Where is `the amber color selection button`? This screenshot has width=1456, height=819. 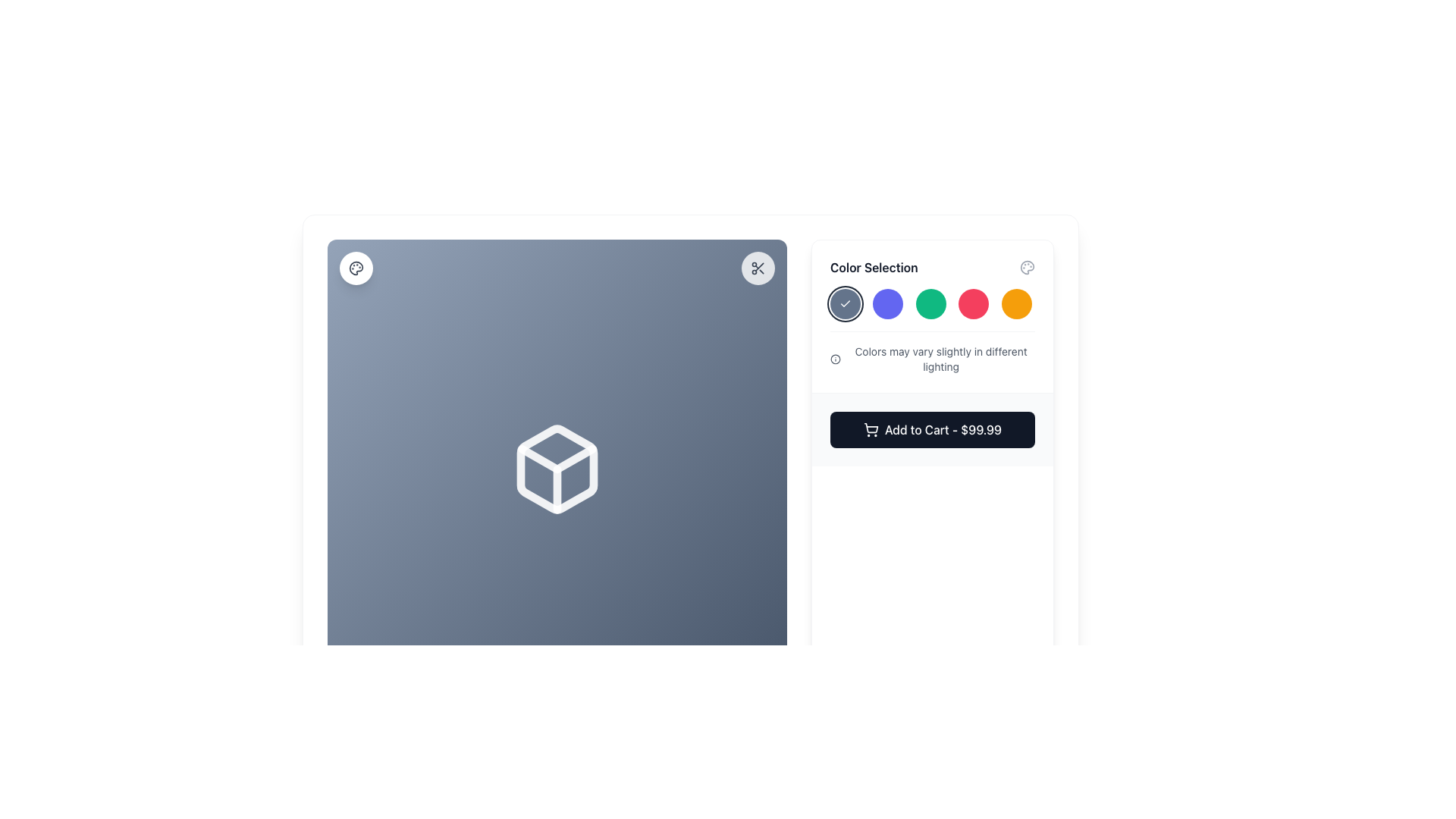 the amber color selection button is located at coordinates (1016, 304).